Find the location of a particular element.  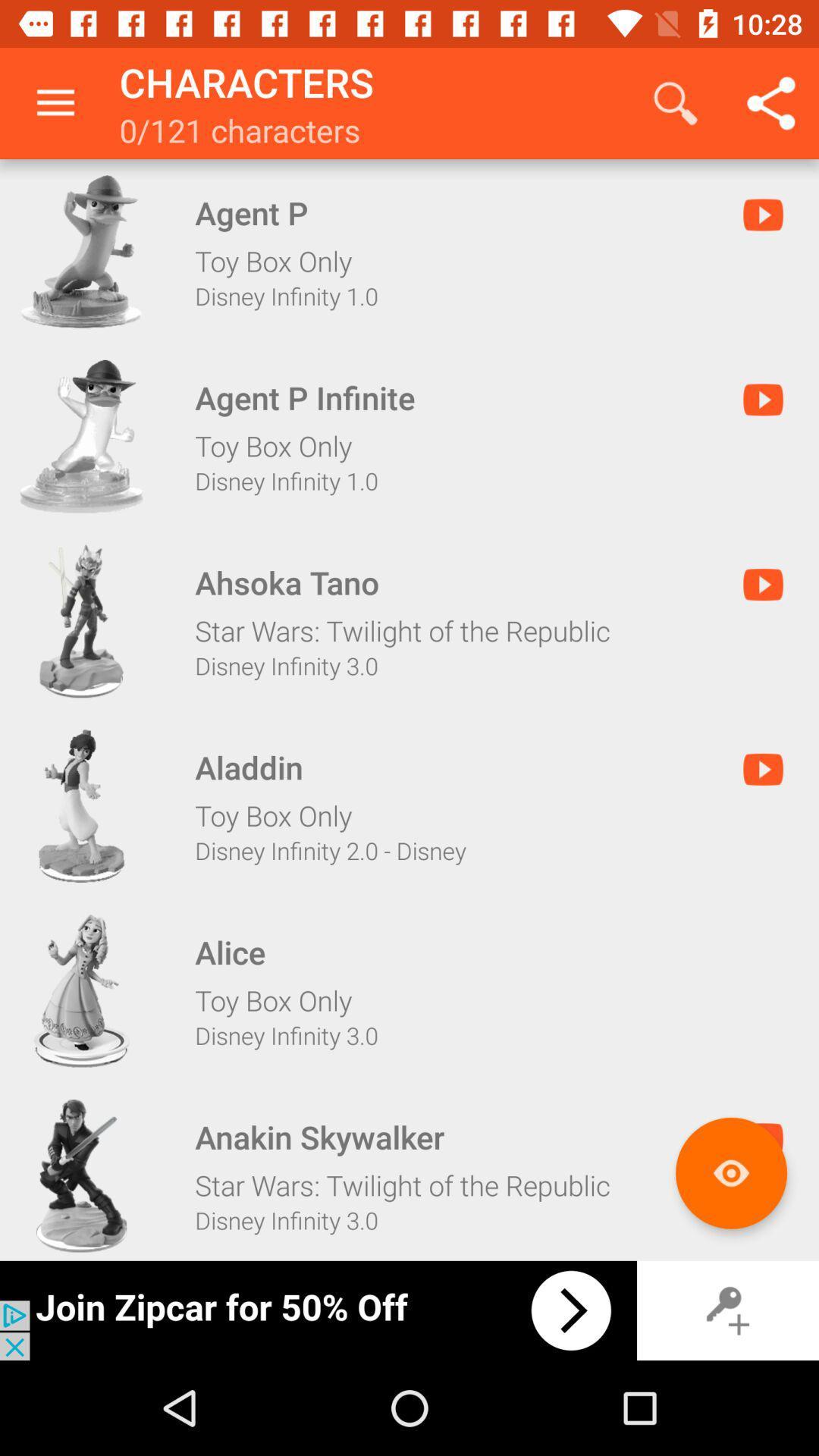

alice toy bix is located at coordinates (81, 990).